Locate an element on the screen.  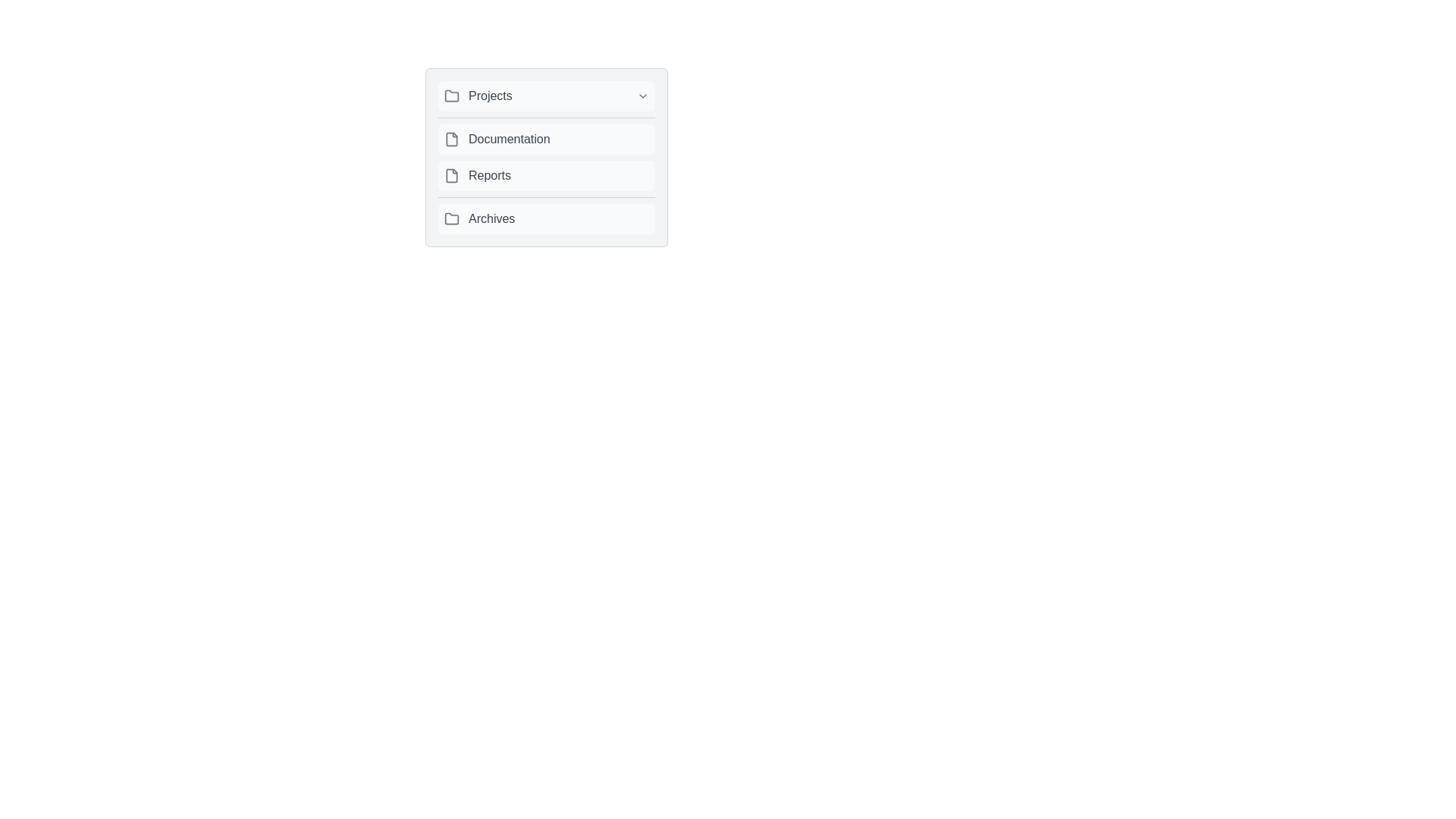
the fourth separator line that visually distinguishes between the 'Reports' and 'Archives' items in the list is located at coordinates (546, 196).